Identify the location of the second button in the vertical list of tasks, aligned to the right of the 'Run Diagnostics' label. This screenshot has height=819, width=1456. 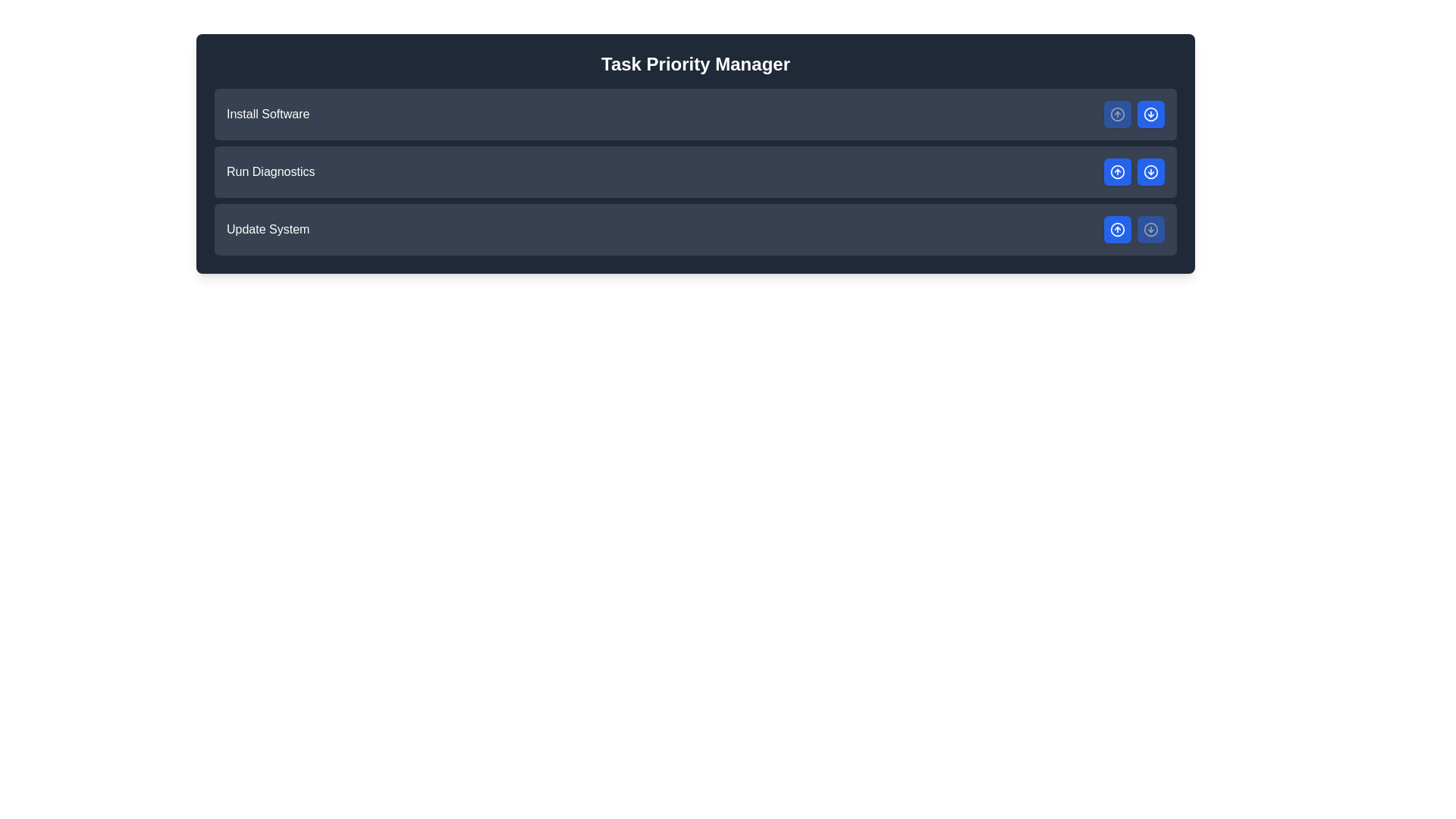
(1150, 113).